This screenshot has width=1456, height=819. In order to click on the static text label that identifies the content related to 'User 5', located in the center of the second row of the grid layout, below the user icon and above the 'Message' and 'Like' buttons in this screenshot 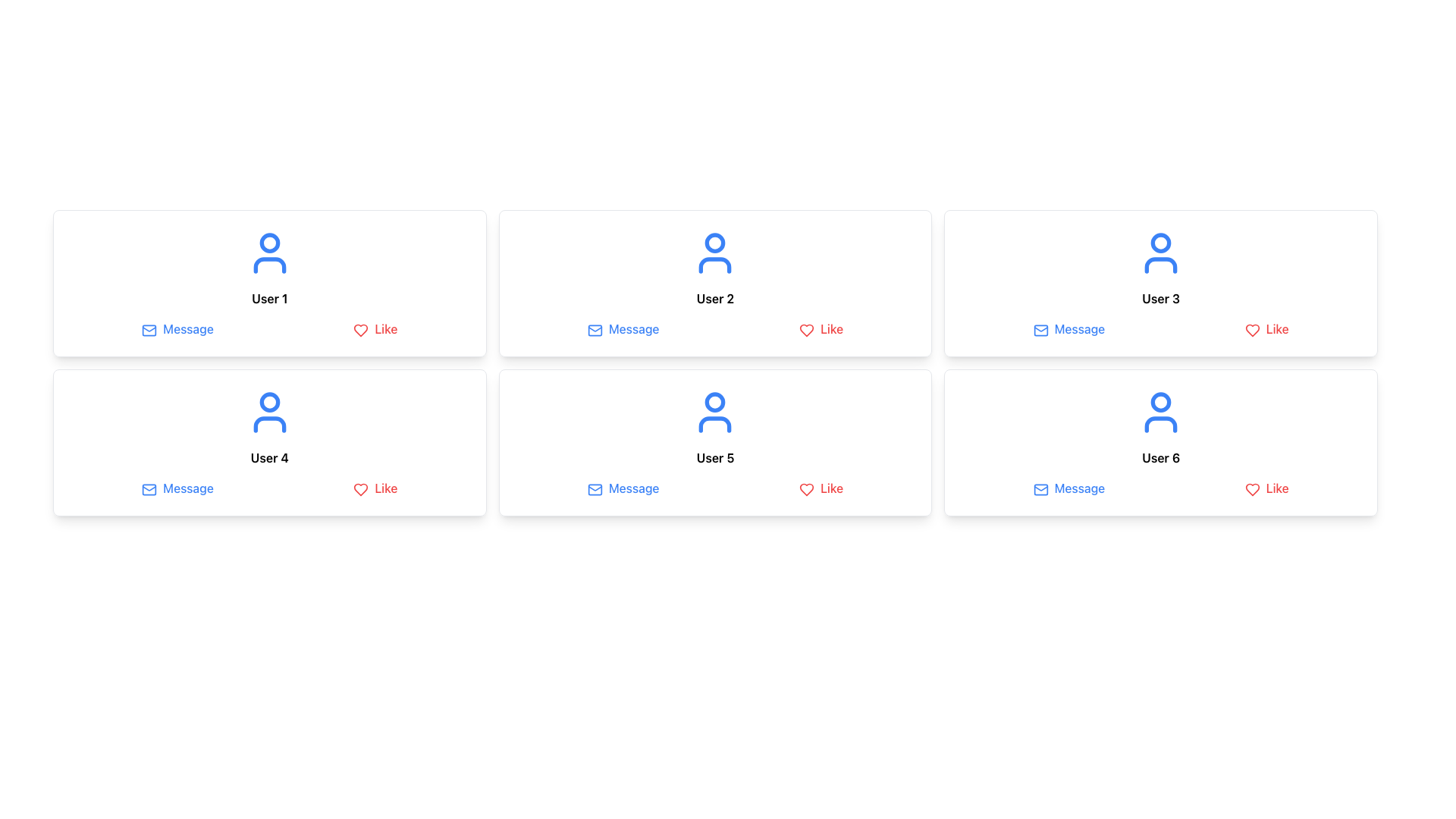, I will do `click(714, 457)`.